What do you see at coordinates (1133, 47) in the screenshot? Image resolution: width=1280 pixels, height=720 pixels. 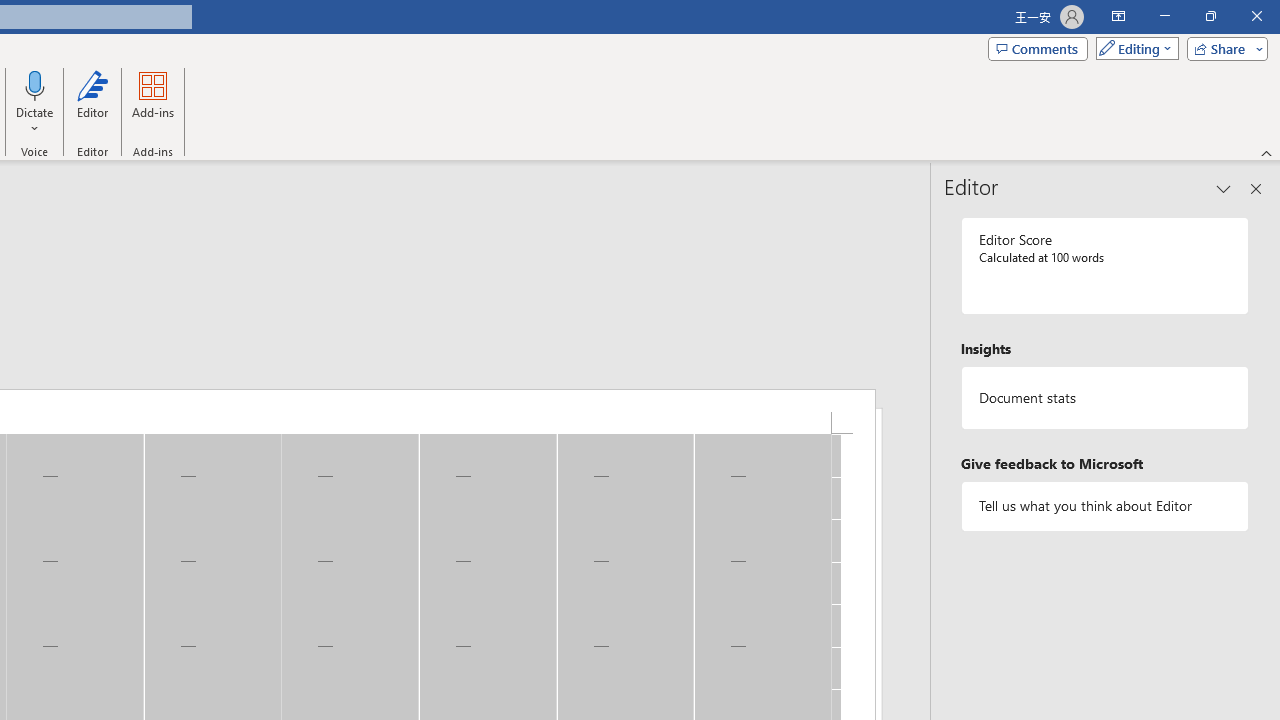 I see `'Mode'` at bounding box center [1133, 47].